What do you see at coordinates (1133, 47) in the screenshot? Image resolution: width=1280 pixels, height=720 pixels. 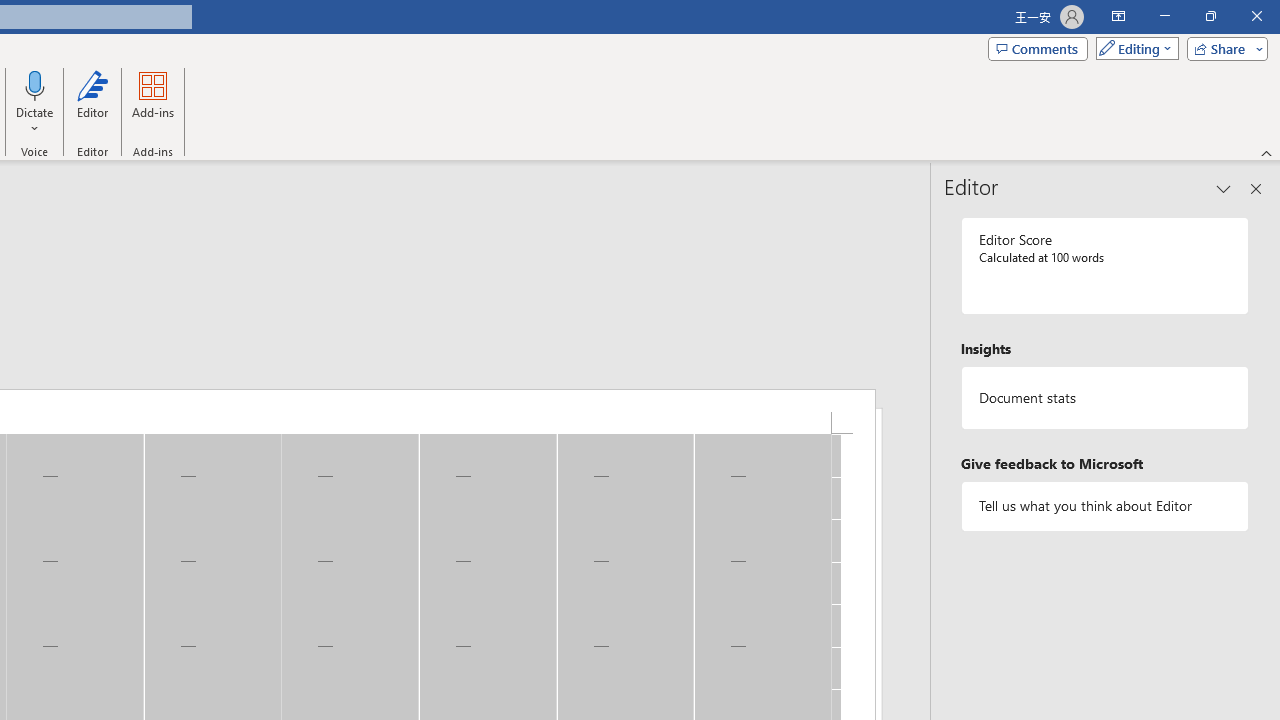 I see `'Mode'` at bounding box center [1133, 47].